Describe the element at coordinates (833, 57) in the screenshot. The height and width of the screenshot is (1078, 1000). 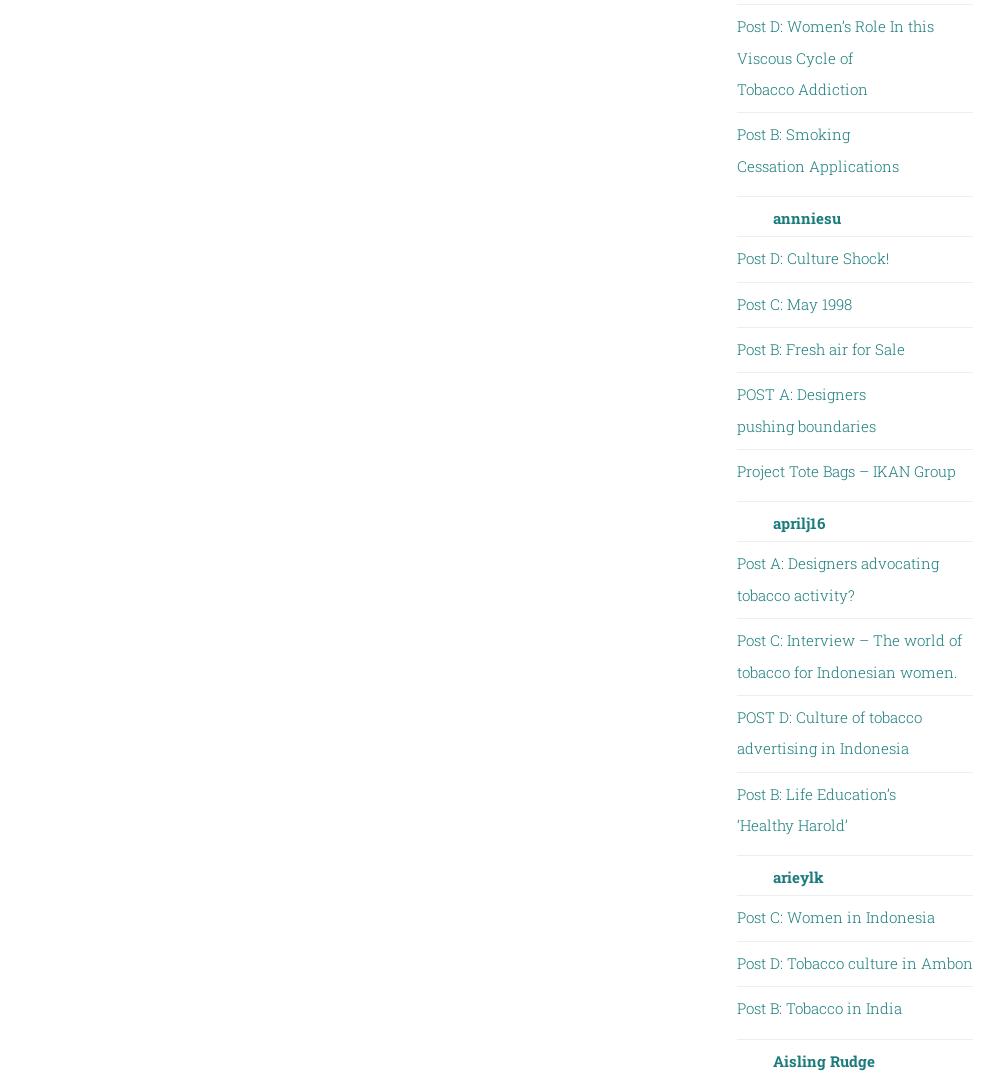
I see `'Post D: Women’s Role In this Viscous Cycle of Tobacco Addiction'` at that location.